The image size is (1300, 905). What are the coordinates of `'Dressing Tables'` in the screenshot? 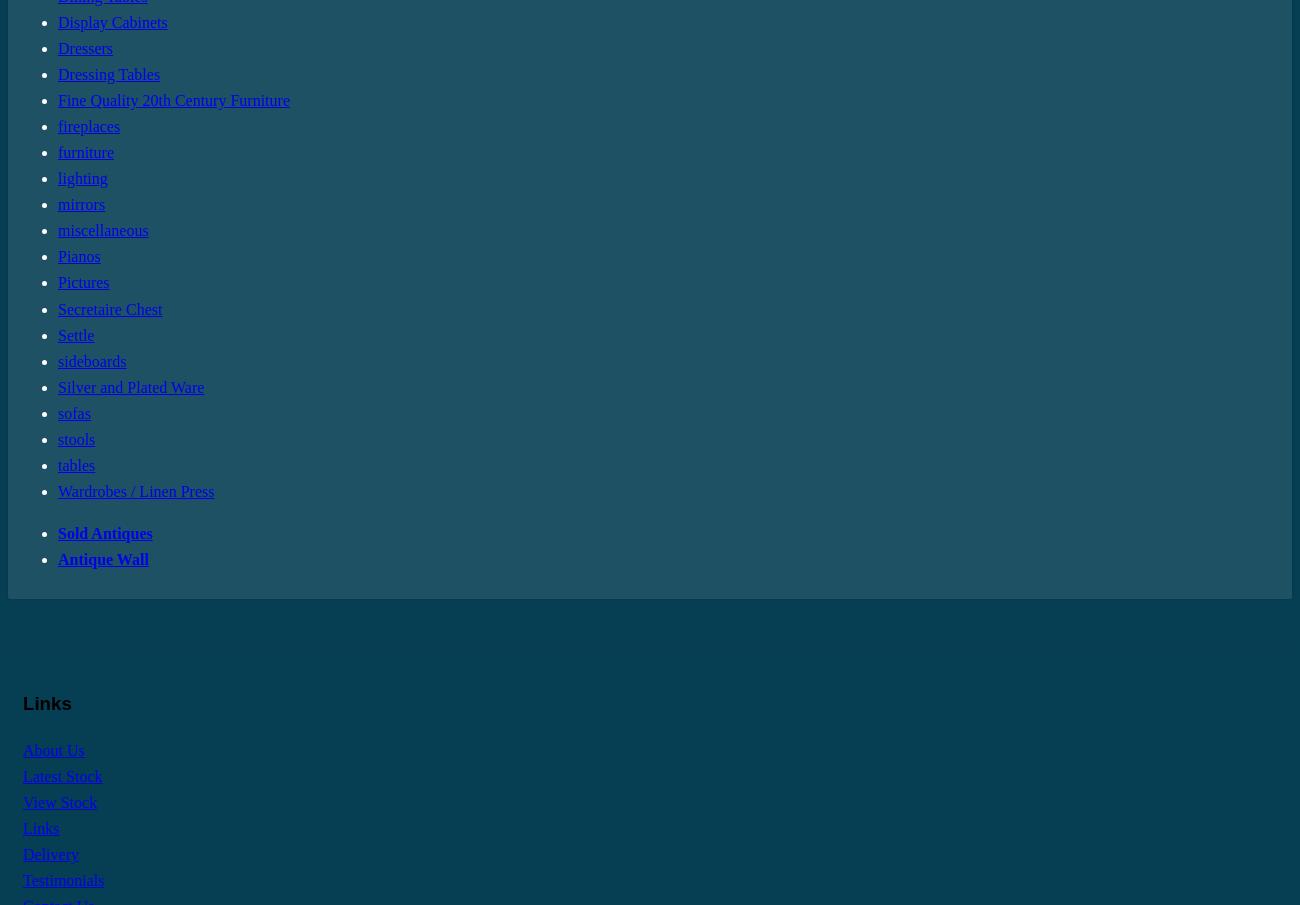 It's located at (108, 74).